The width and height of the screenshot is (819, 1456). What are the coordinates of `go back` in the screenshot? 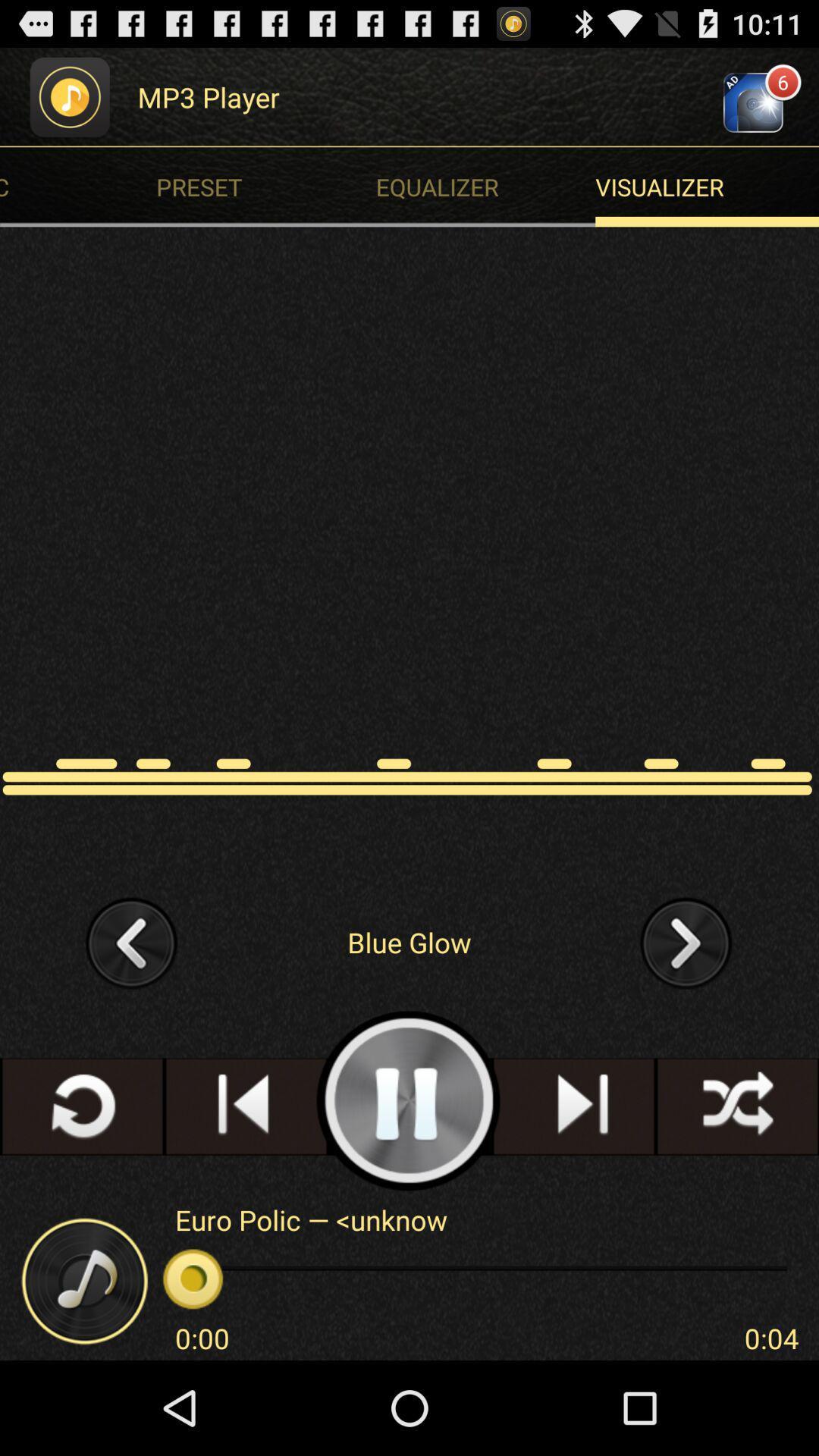 It's located at (131, 941).